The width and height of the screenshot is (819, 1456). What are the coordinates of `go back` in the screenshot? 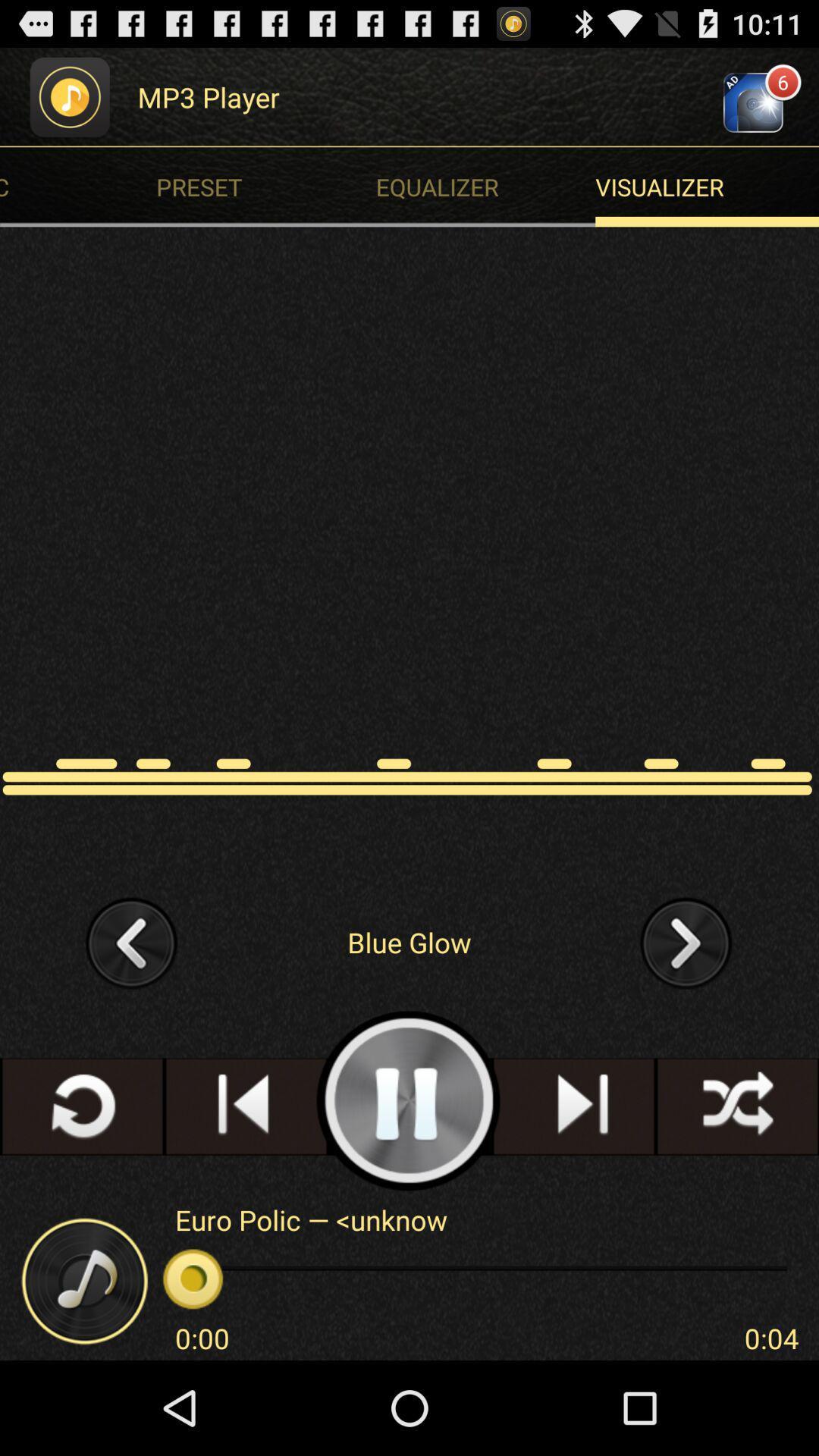 It's located at (131, 941).